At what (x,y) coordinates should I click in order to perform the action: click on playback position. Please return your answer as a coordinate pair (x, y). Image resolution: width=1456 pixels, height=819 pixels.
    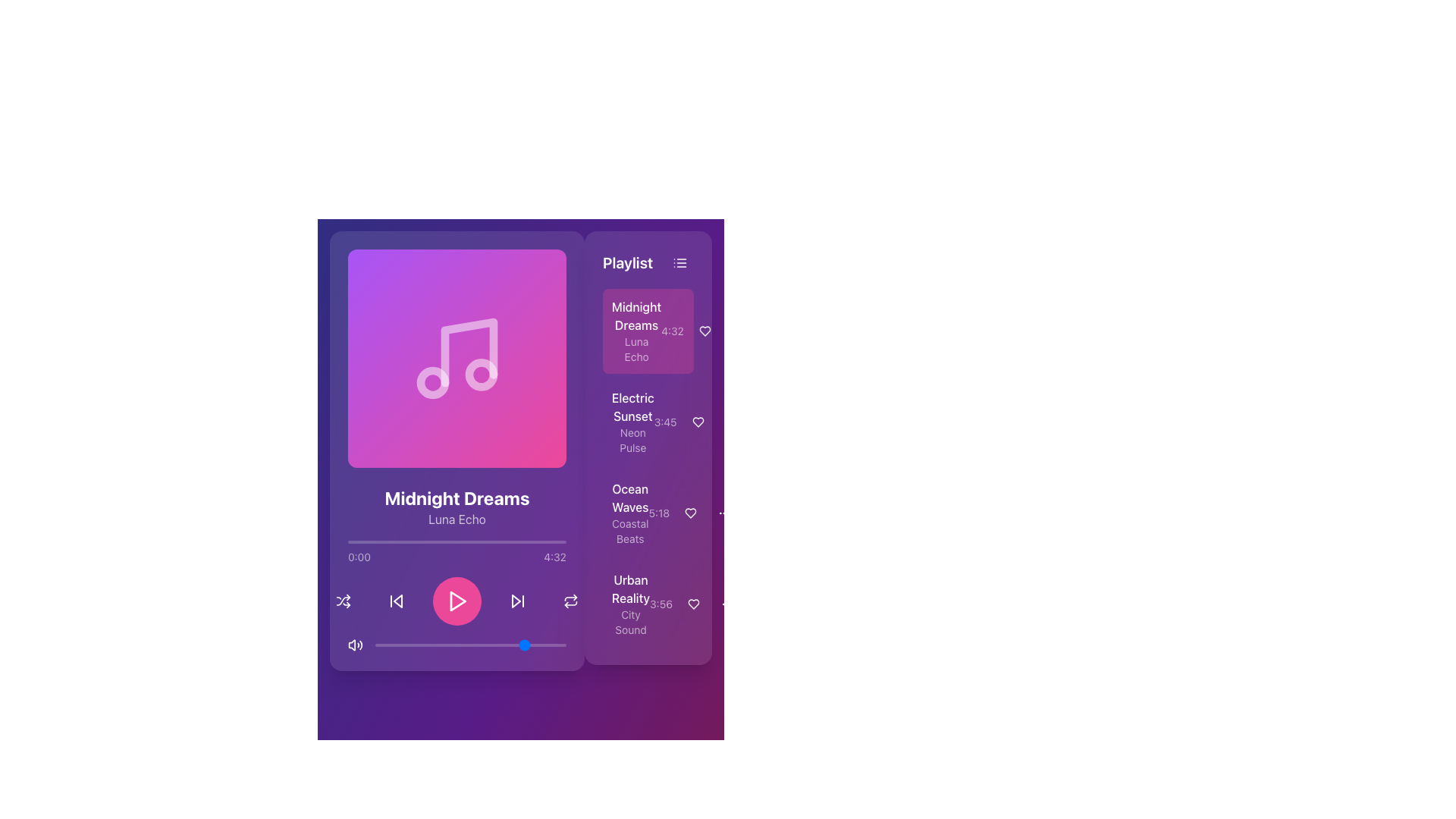
    Looking at the image, I should click on (400, 541).